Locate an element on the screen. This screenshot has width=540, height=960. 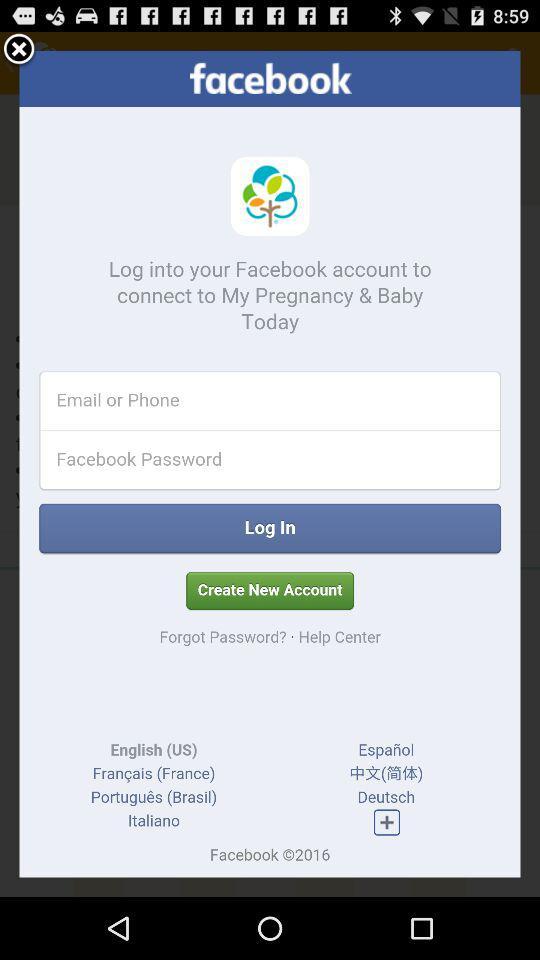
the close icon is located at coordinates (18, 53).